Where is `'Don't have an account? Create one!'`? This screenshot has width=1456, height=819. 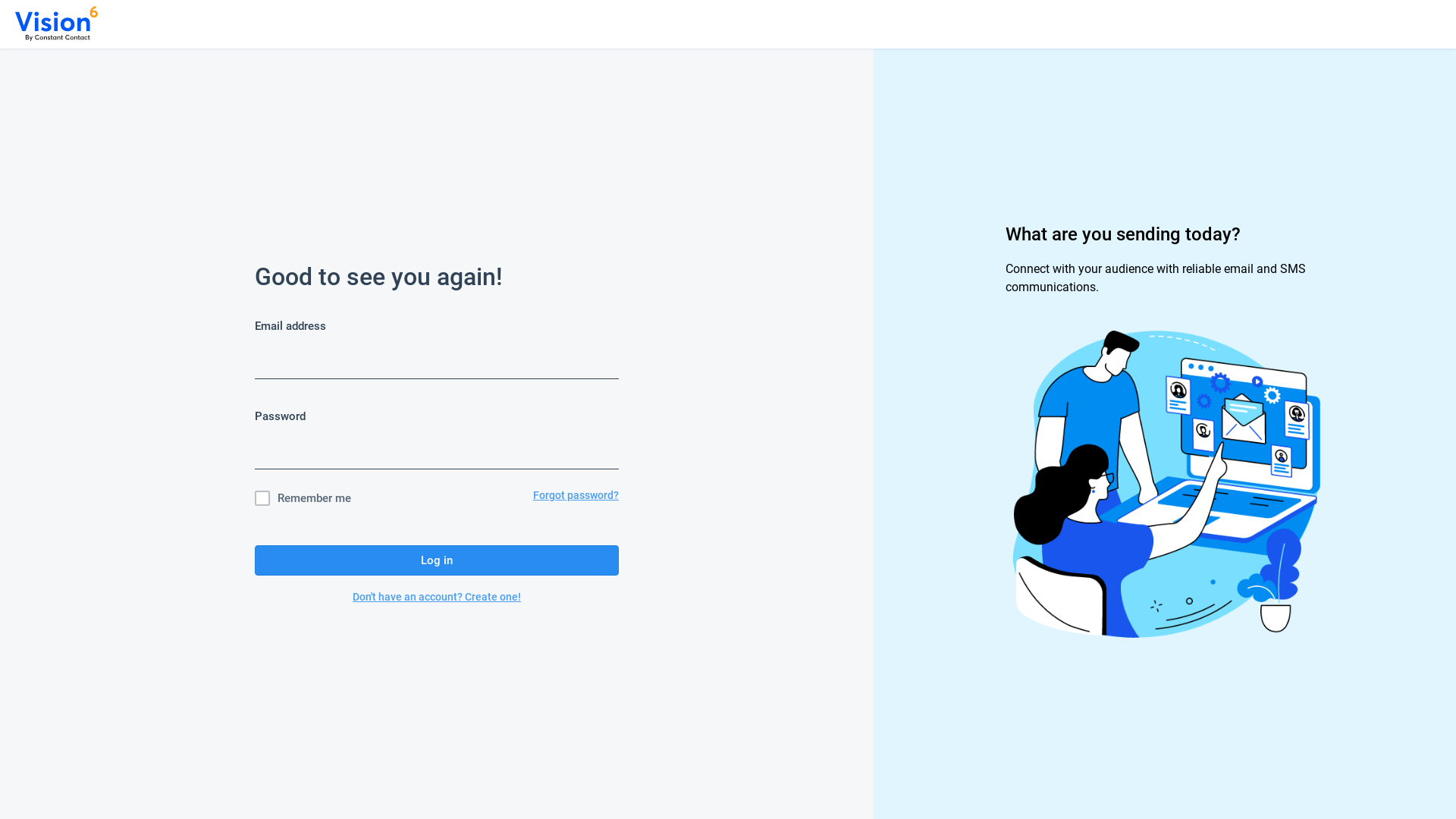
'Don't have an account? Create one!' is located at coordinates (436, 595).